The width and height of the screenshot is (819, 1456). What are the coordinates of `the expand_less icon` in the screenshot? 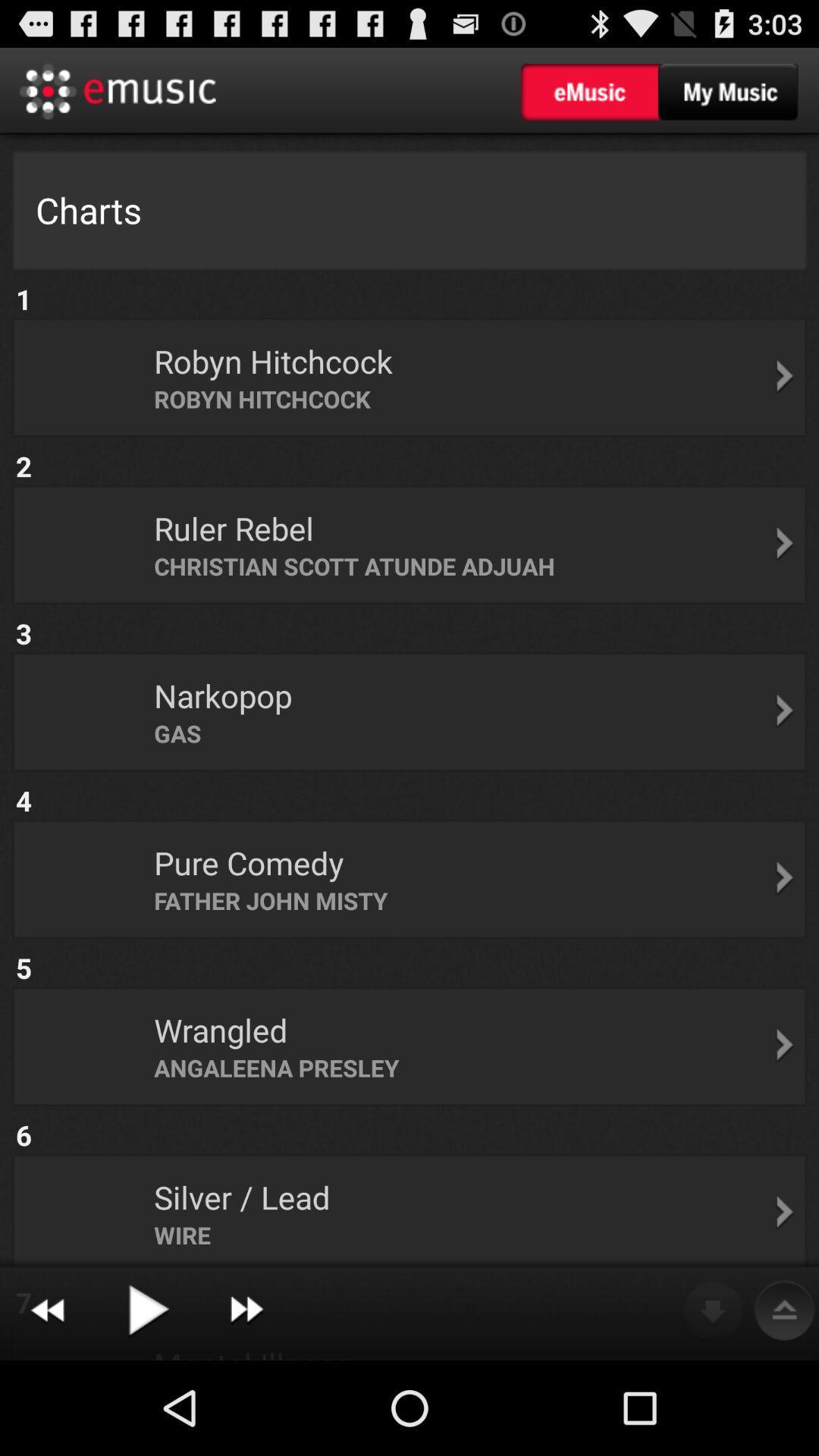 It's located at (784, 1402).